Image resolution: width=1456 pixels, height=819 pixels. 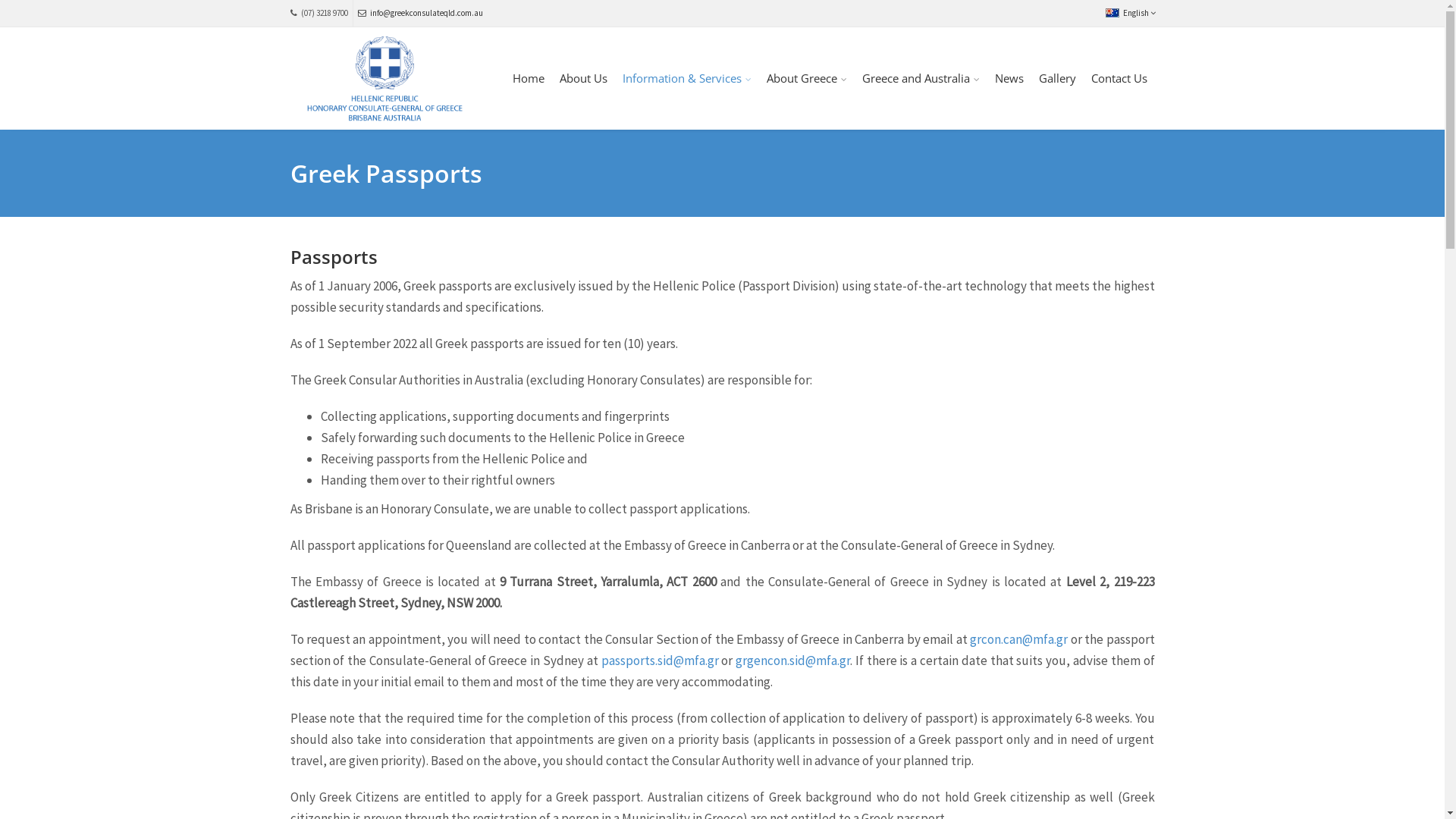 What do you see at coordinates (582, 78) in the screenshot?
I see `'About Us'` at bounding box center [582, 78].